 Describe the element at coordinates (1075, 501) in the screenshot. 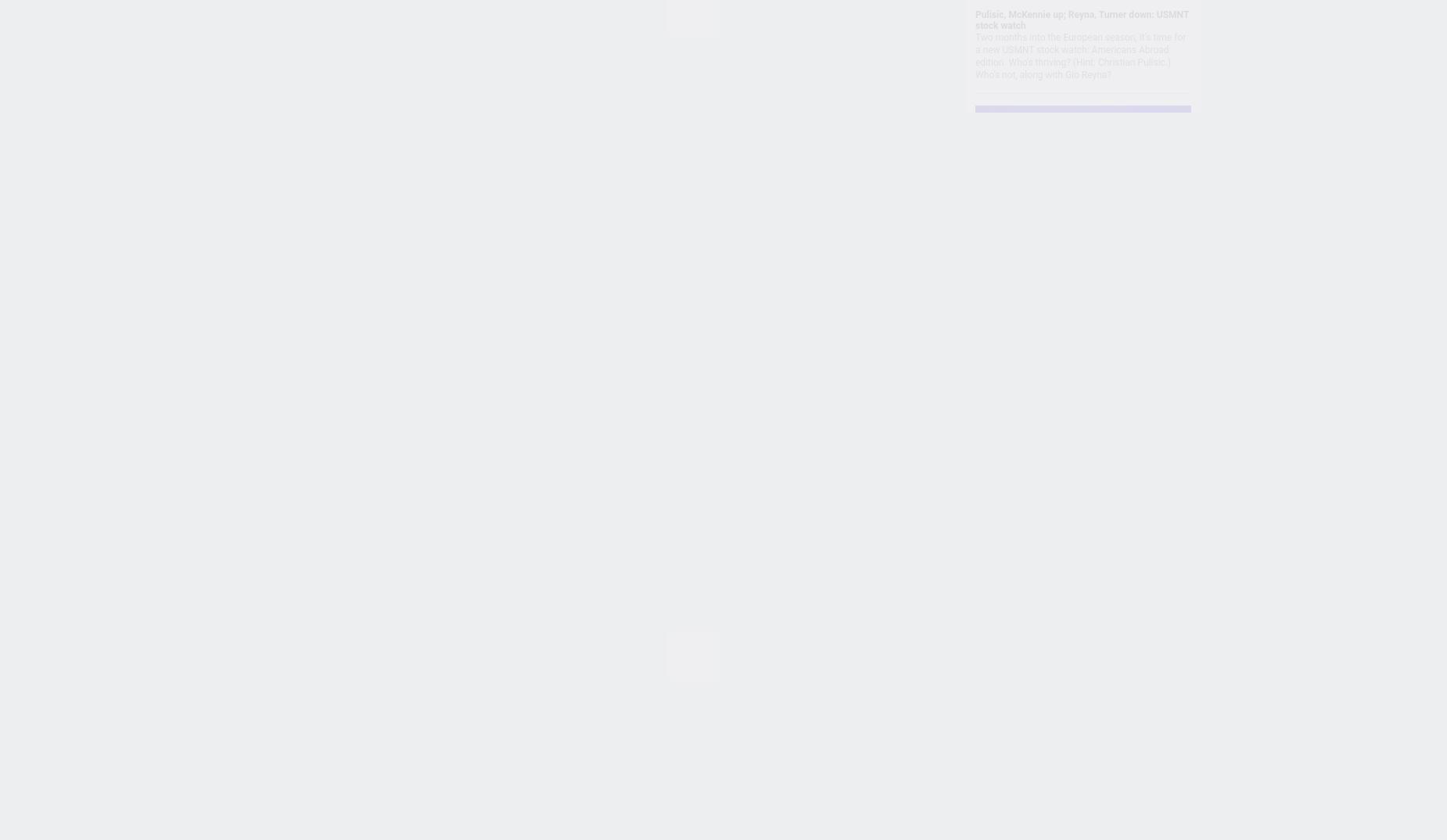

I see `'The FC 100 for 2023: Haaland, Mbappe lead our list of best men's soccer players'` at that location.